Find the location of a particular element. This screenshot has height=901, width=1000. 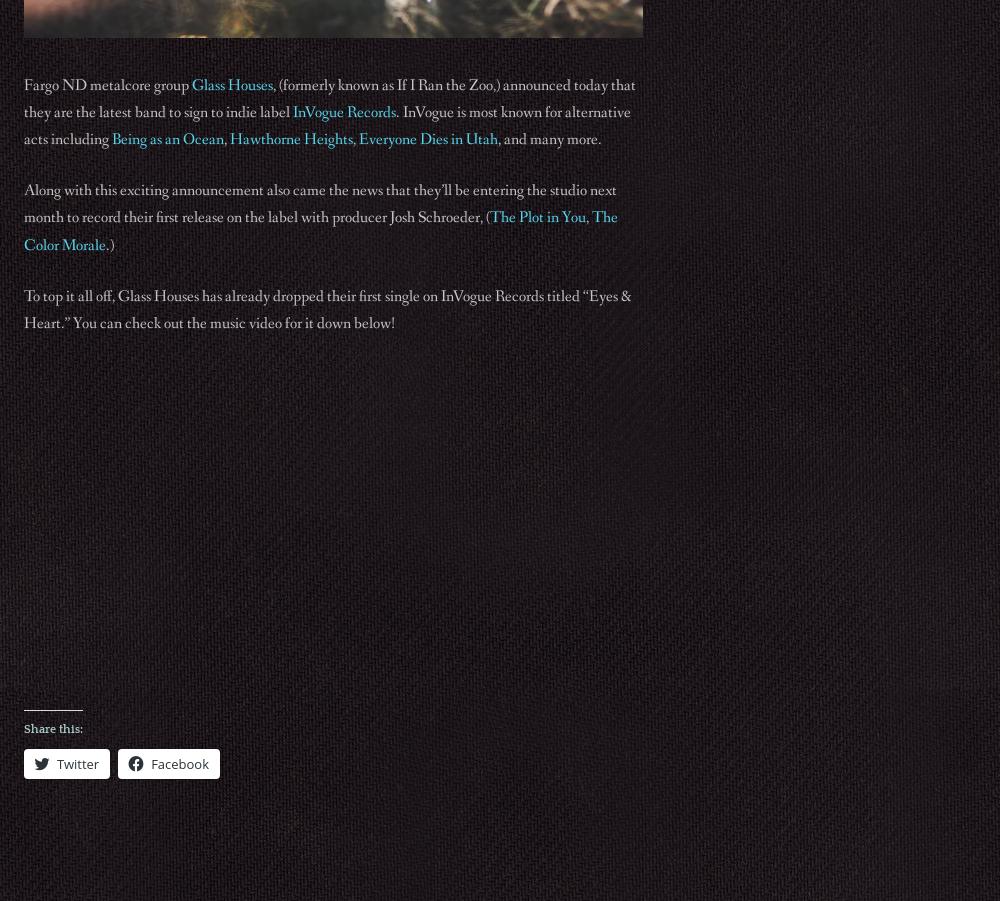

'Twitter' is located at coordinates (77, 762).